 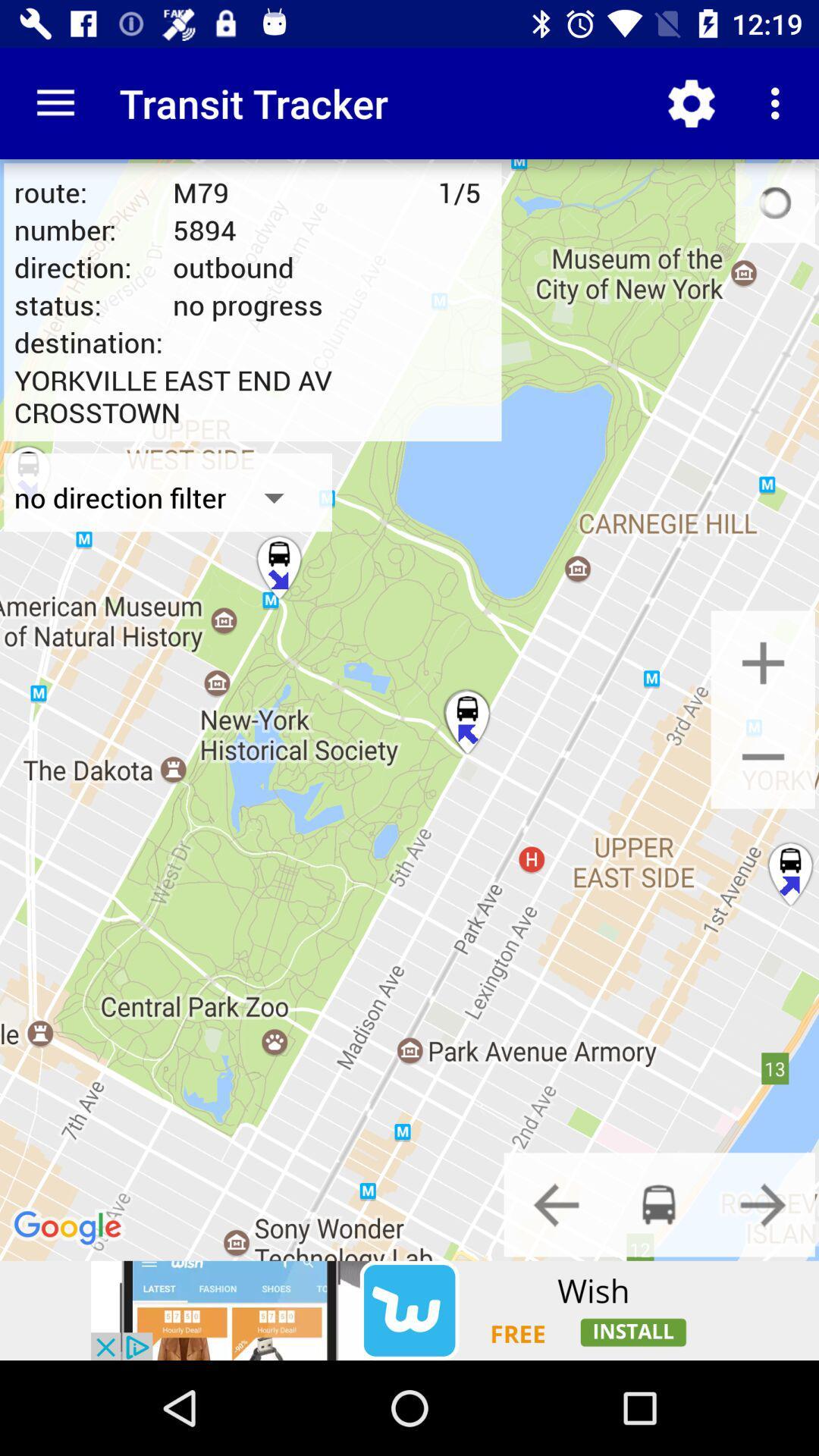 I want to click on increase, so click(x=763, y=663).